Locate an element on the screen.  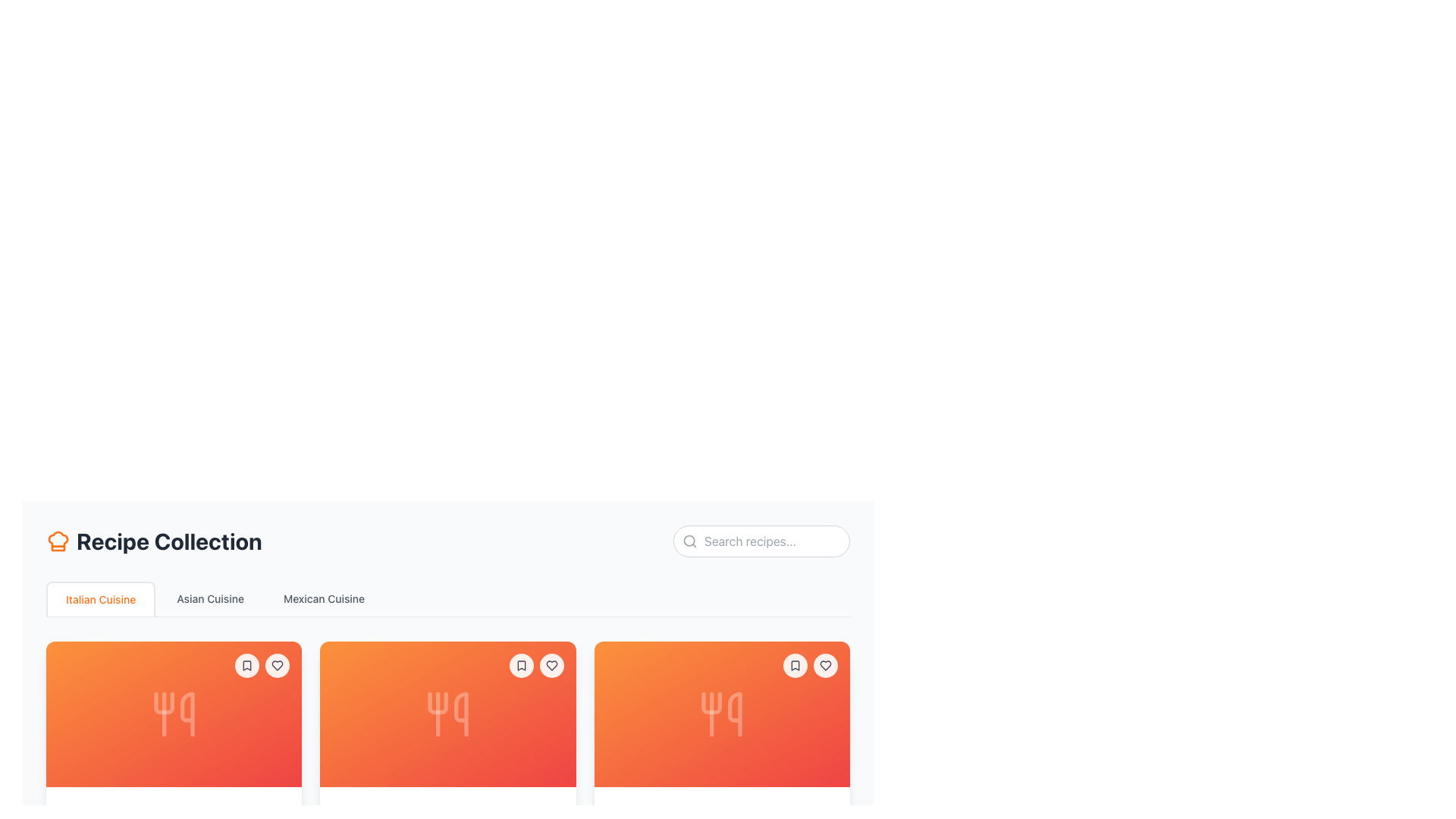
the bookmark action button located in the top-right corner of the orange content card is located at coordinates (795, 665).